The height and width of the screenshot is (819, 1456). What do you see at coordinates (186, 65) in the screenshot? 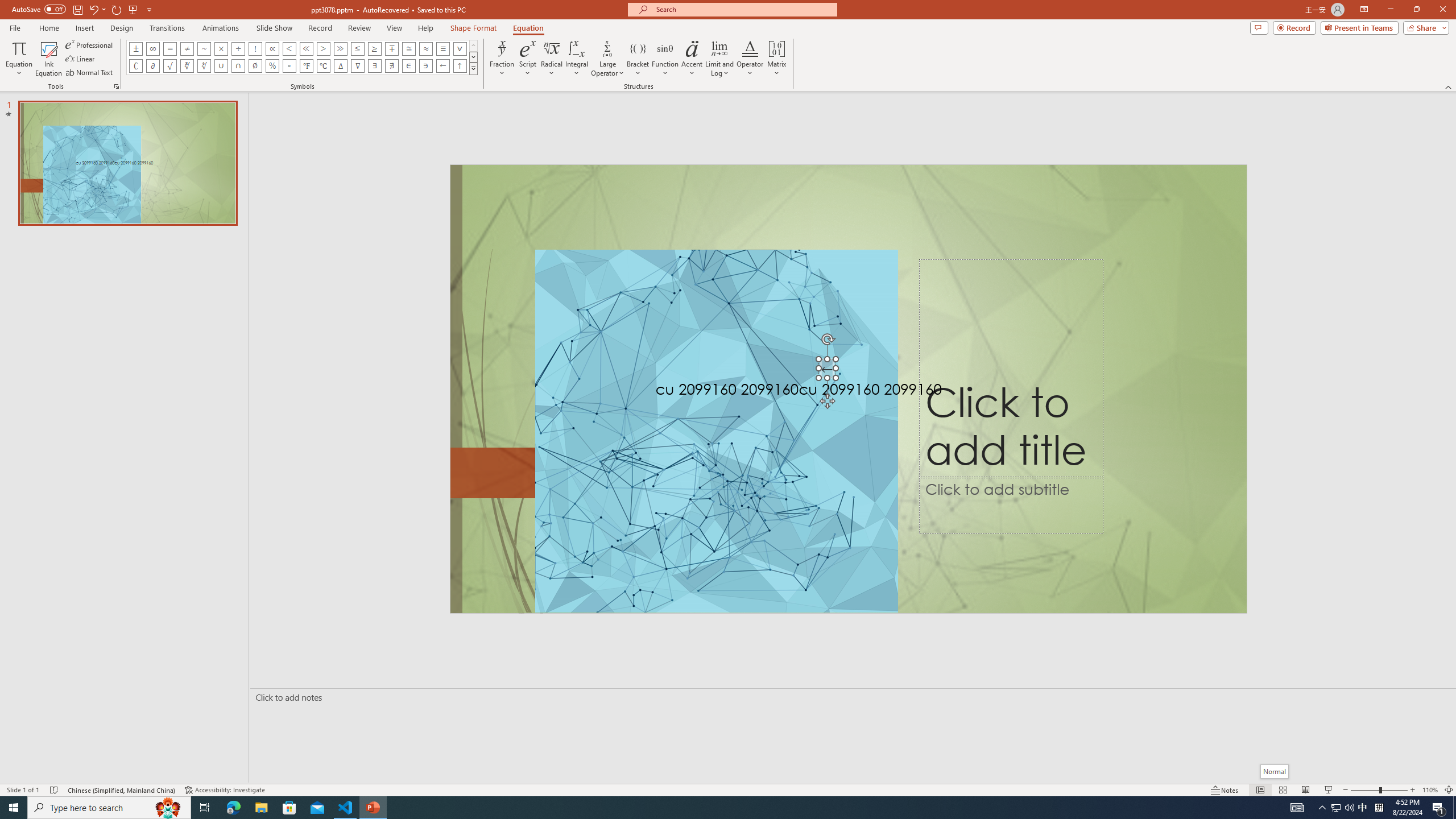
I see `'Equation Symbol Cube Root'` at bounding box center [186, 65].